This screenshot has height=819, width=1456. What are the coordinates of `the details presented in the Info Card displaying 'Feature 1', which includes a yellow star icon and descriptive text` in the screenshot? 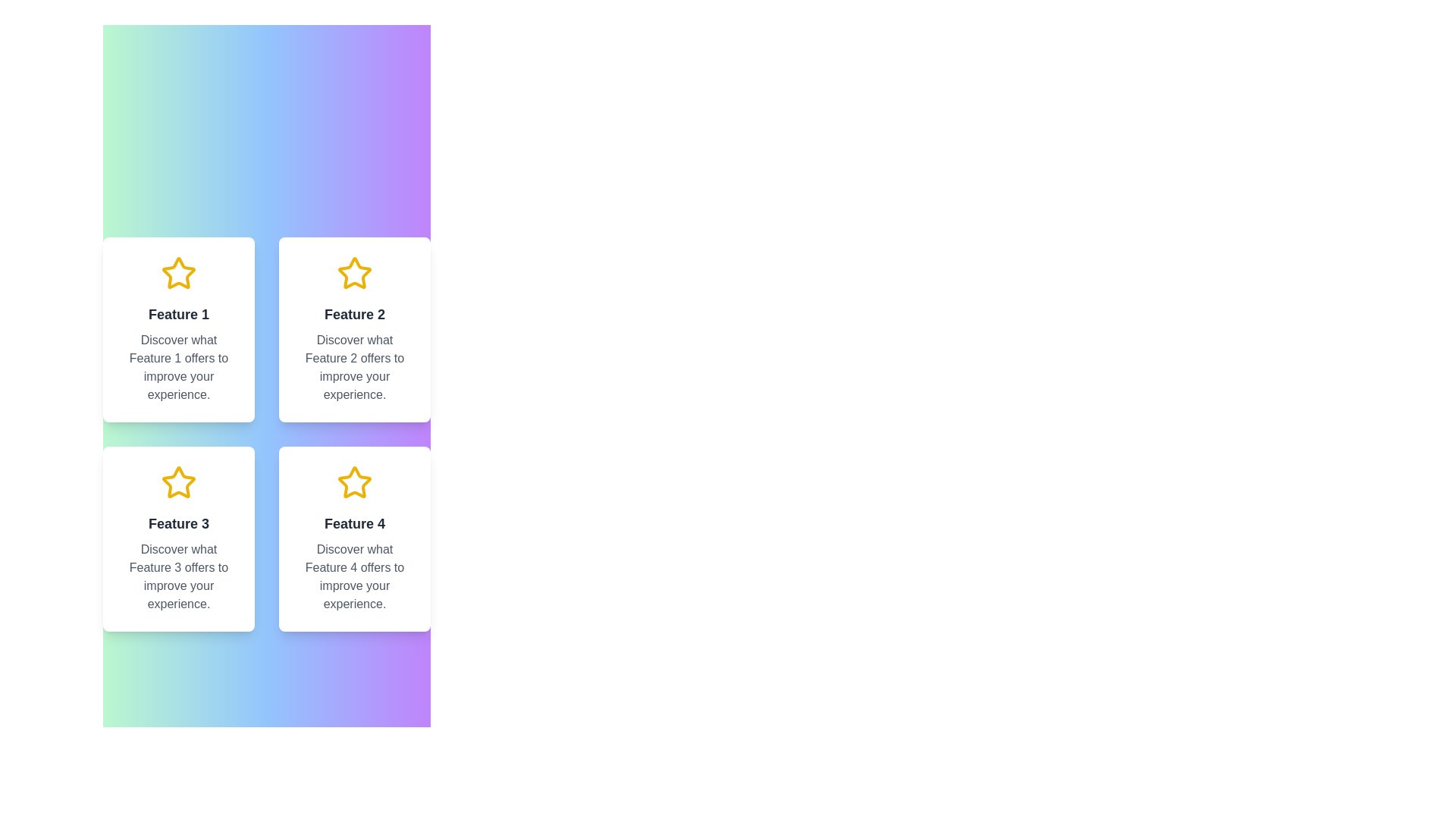 It's located at (178, 329).